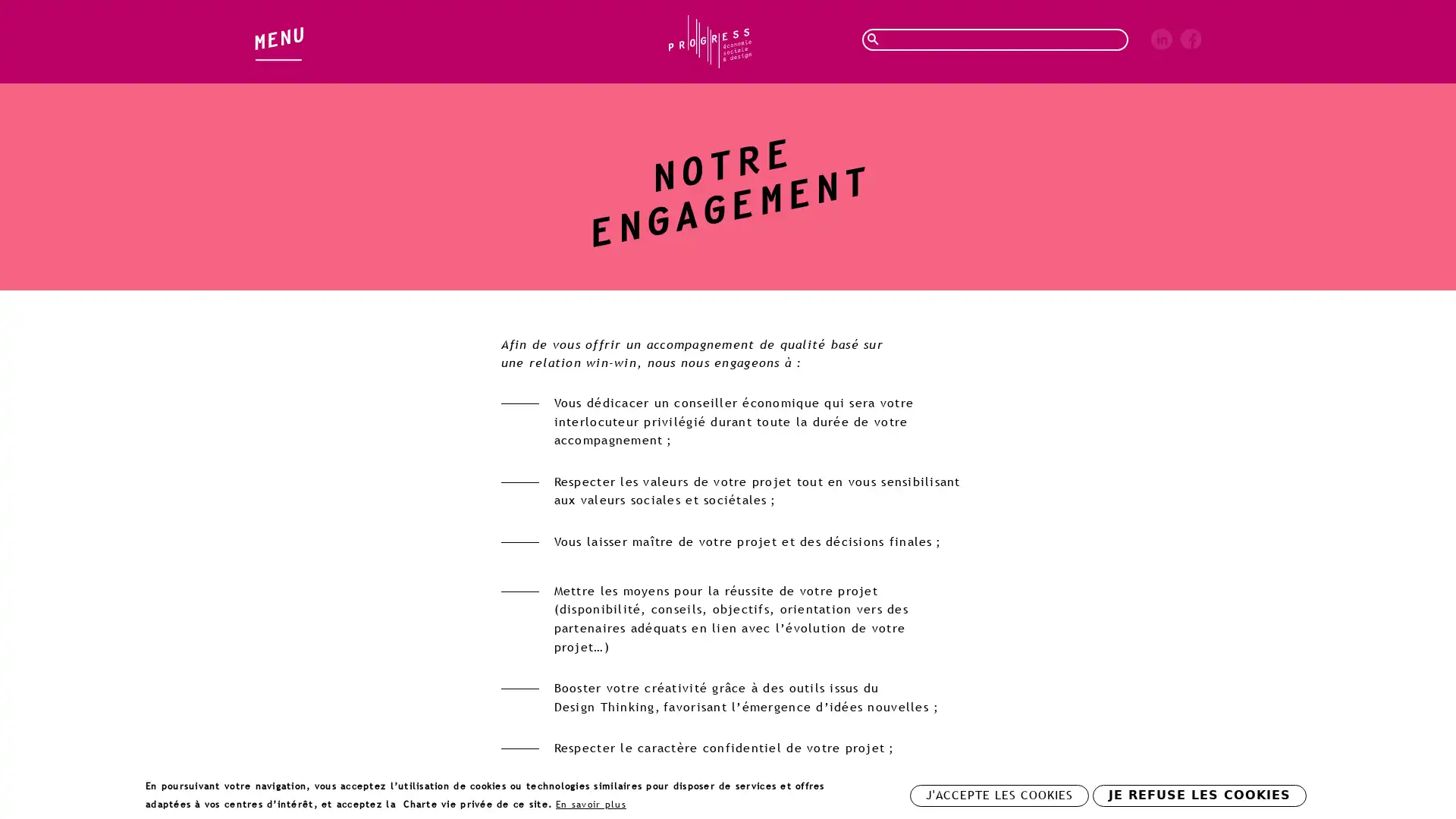 The height and width of the screenshot is (819, 1456). Describe the element at coordinates (1119, 40) in the screenshot. I see `Rechercher` at that location.